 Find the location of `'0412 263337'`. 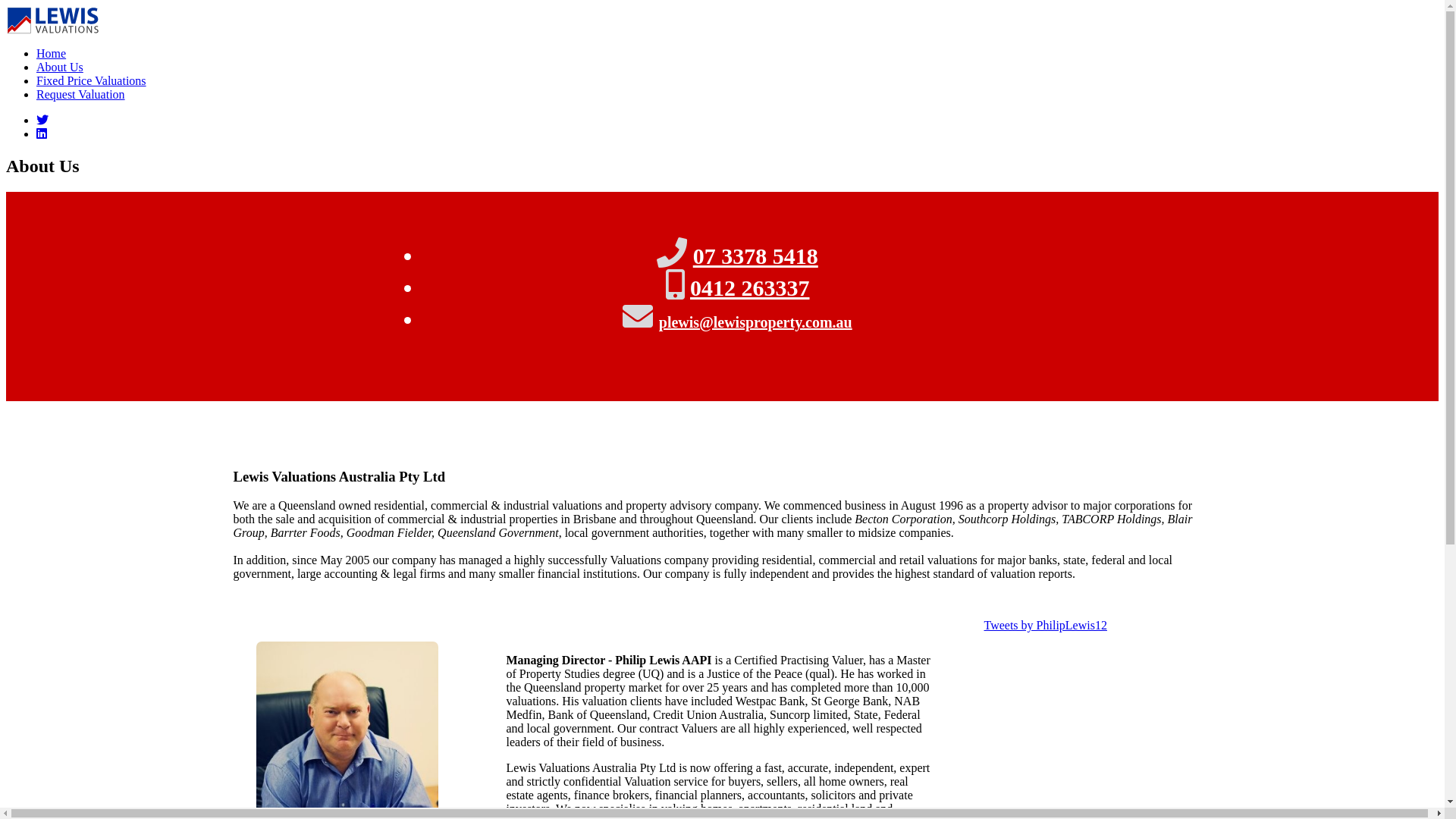

'0412 263337' is located at coordinates (749, 287).